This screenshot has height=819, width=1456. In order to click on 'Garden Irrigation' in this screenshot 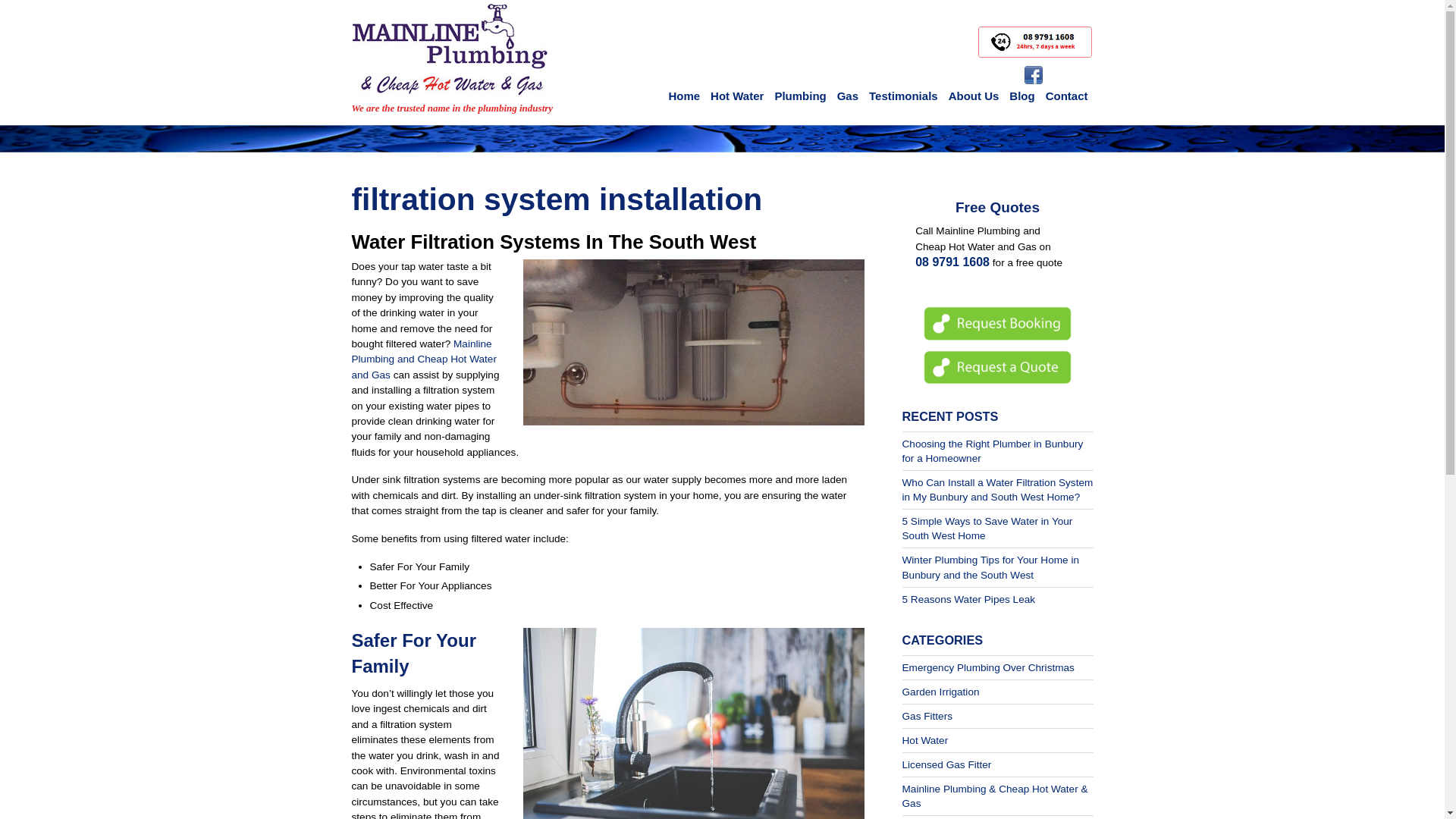, I will do `click(940, 692)`.